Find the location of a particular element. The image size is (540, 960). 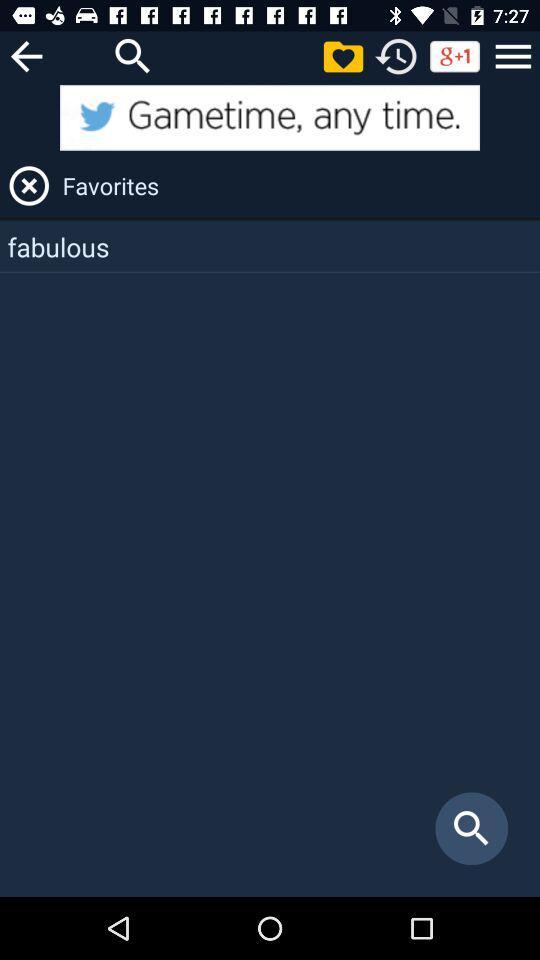

the app above favorites item is located at coordinates (270, 117).